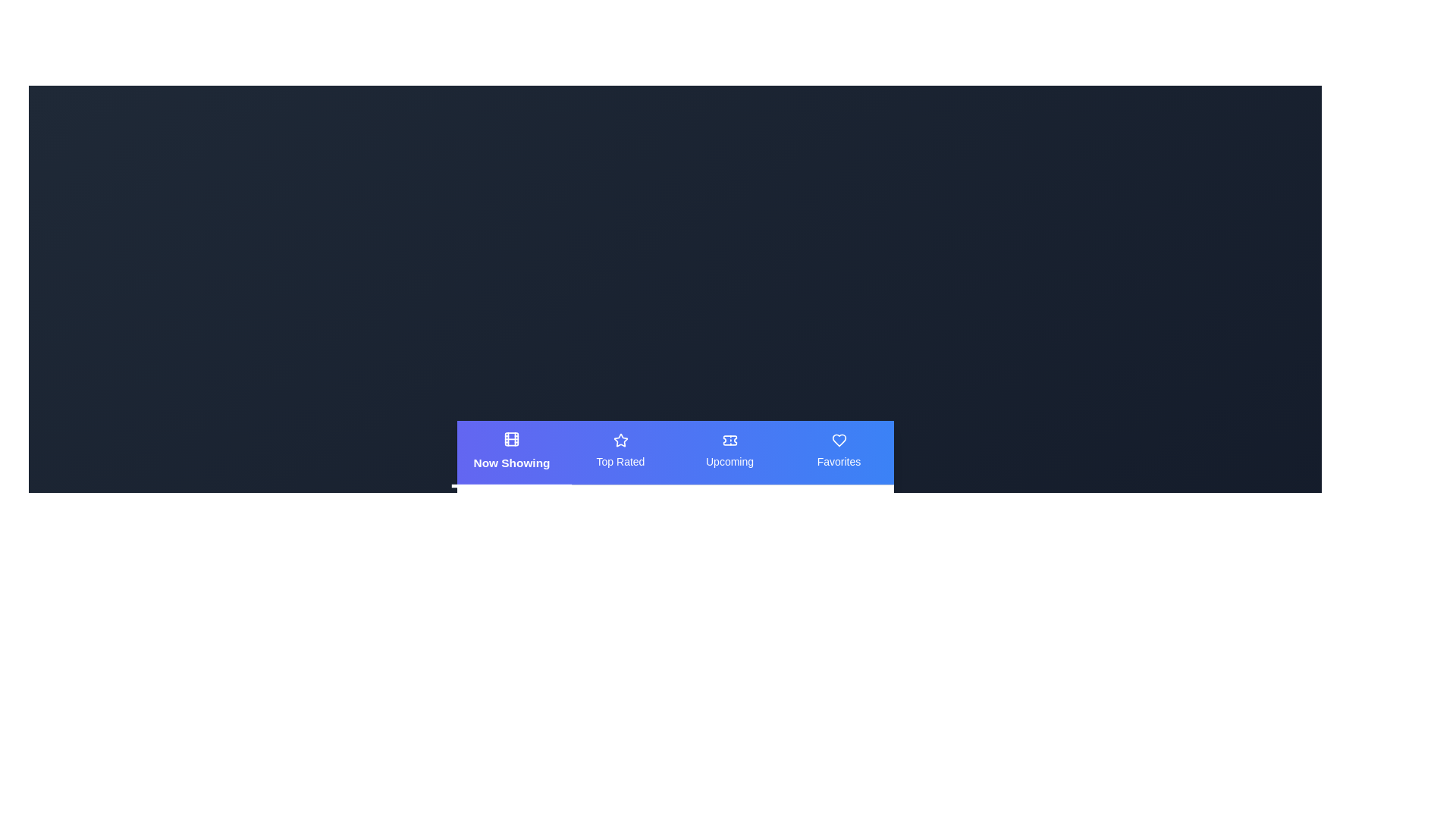  I want to click on the SVG Icon that represents the 'Now Showing' section in the navigation bar, which is positioned centrally above the corresponding text, so click(511, 438).